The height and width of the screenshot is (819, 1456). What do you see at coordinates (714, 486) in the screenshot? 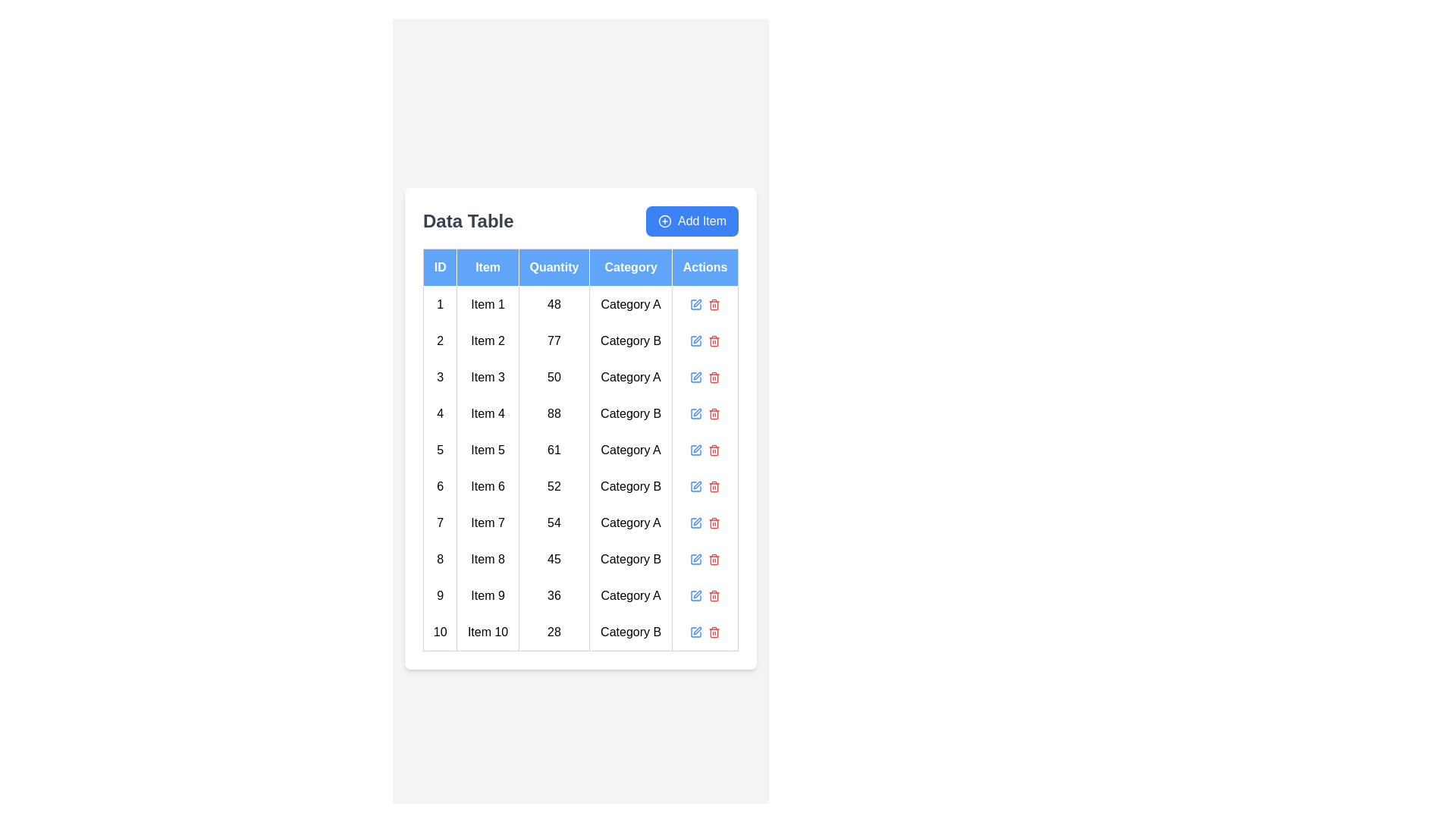
I see `the small red trash icon in the 'Actions' column of the sixth row` at bounding box center [714, 486].